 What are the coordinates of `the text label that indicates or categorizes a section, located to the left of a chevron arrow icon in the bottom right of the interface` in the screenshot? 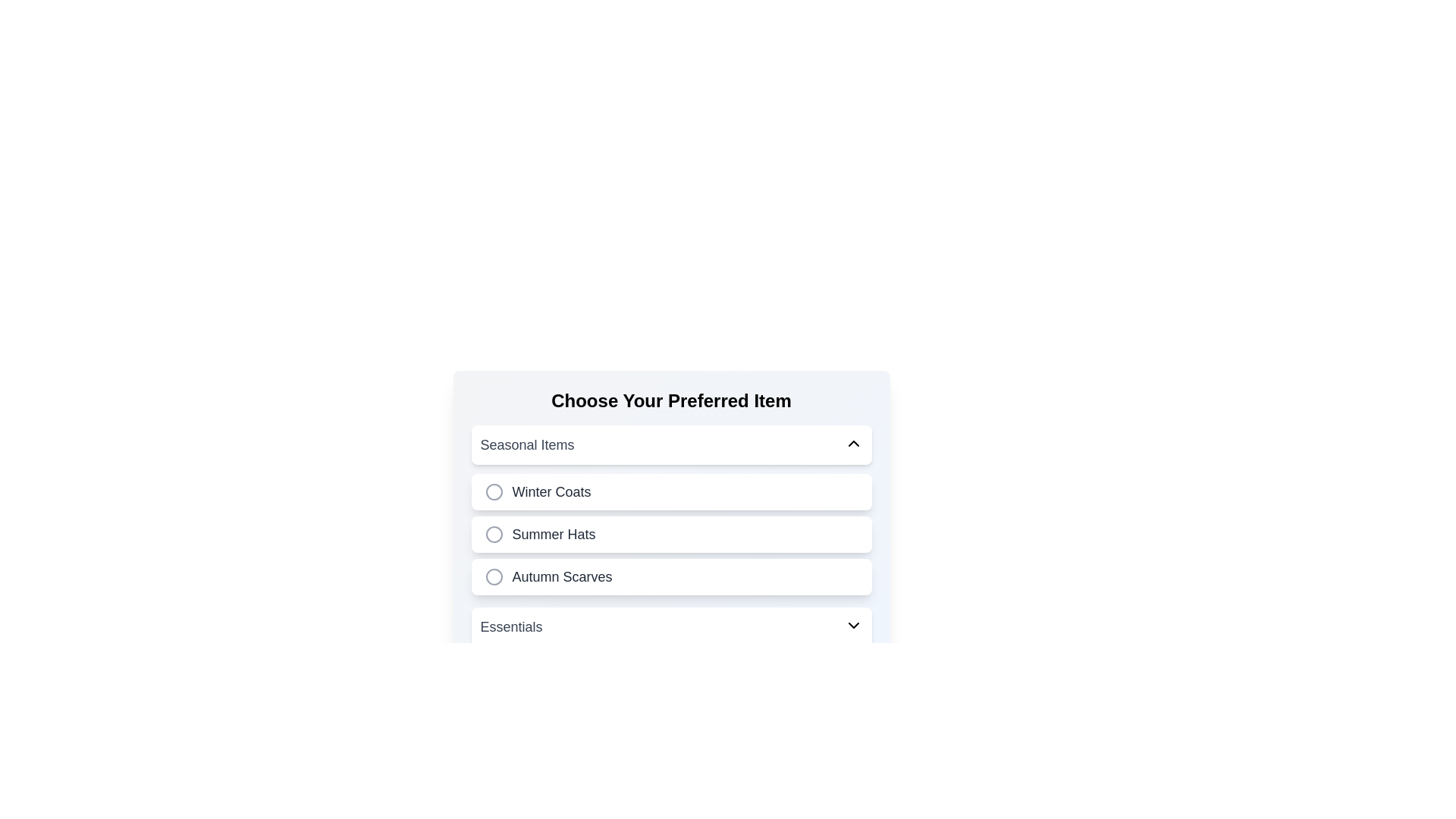 It's located at (511, 626).